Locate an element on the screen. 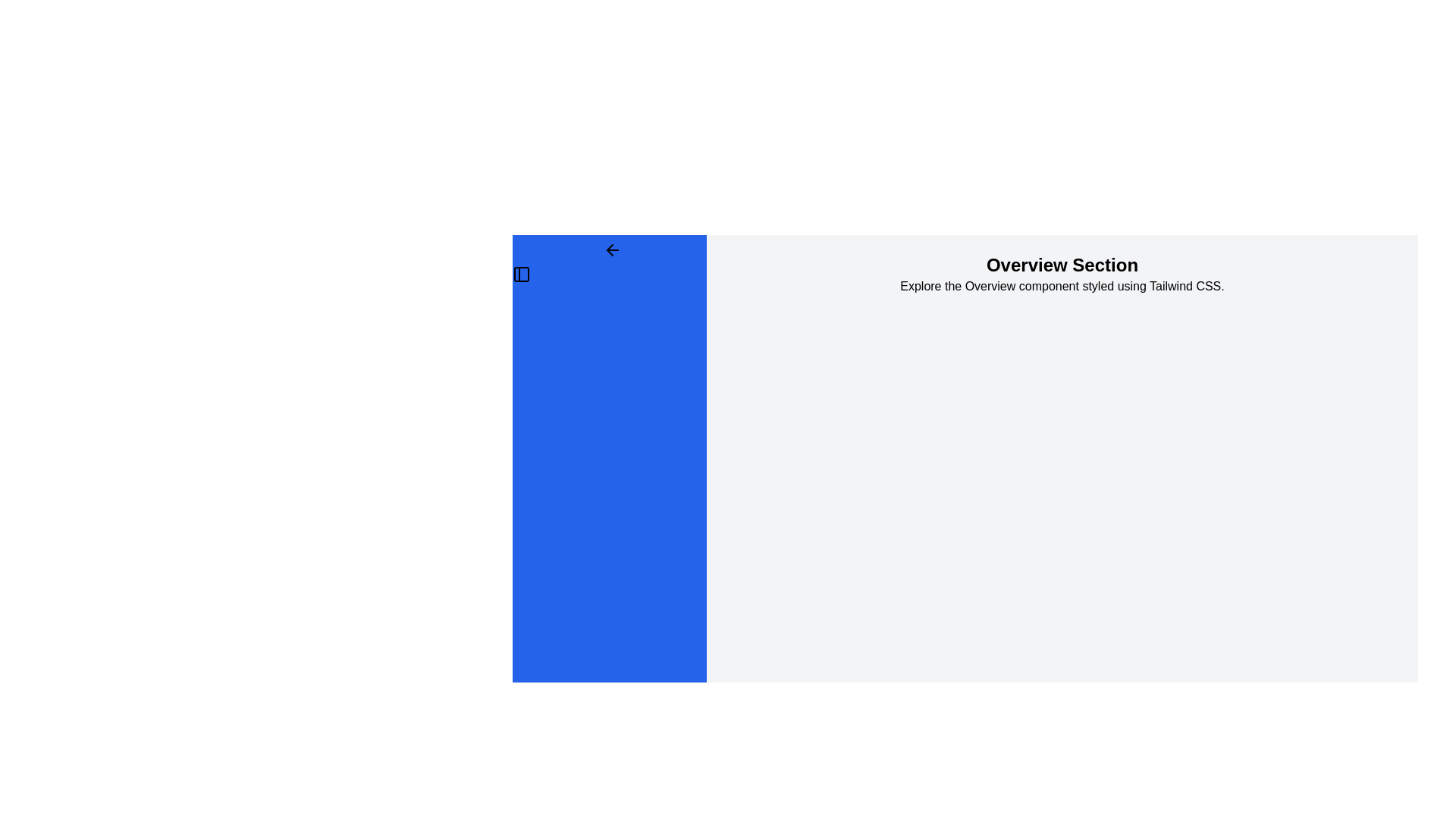 Image resolution: width=1456 pixels, height=819 pixels. the sidebar toggle button to toggle the sidebar visibility is located at coordinates (610, 249).